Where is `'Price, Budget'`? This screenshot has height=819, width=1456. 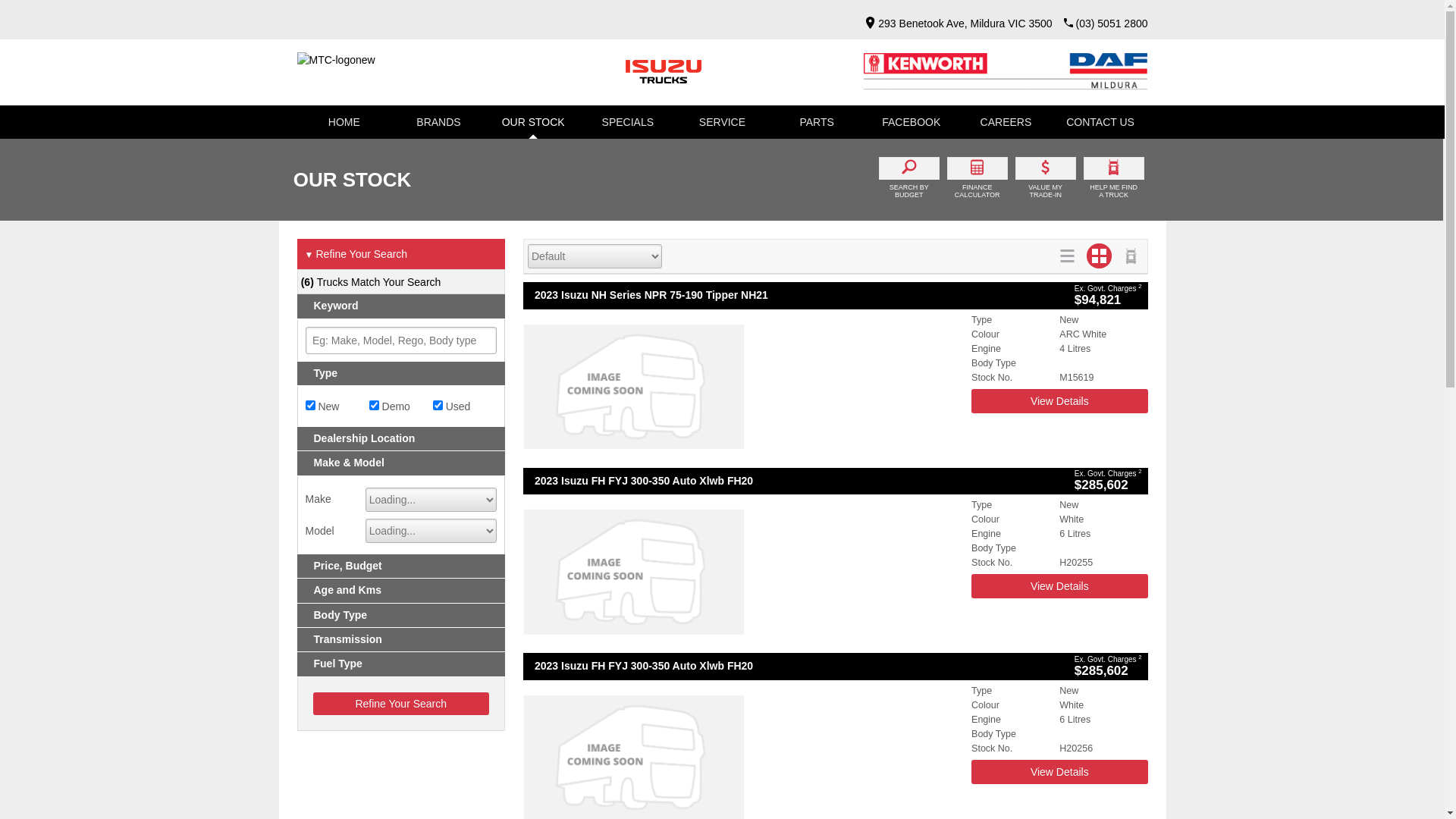
'Price, Budget' is located at coordinates (401, 566).